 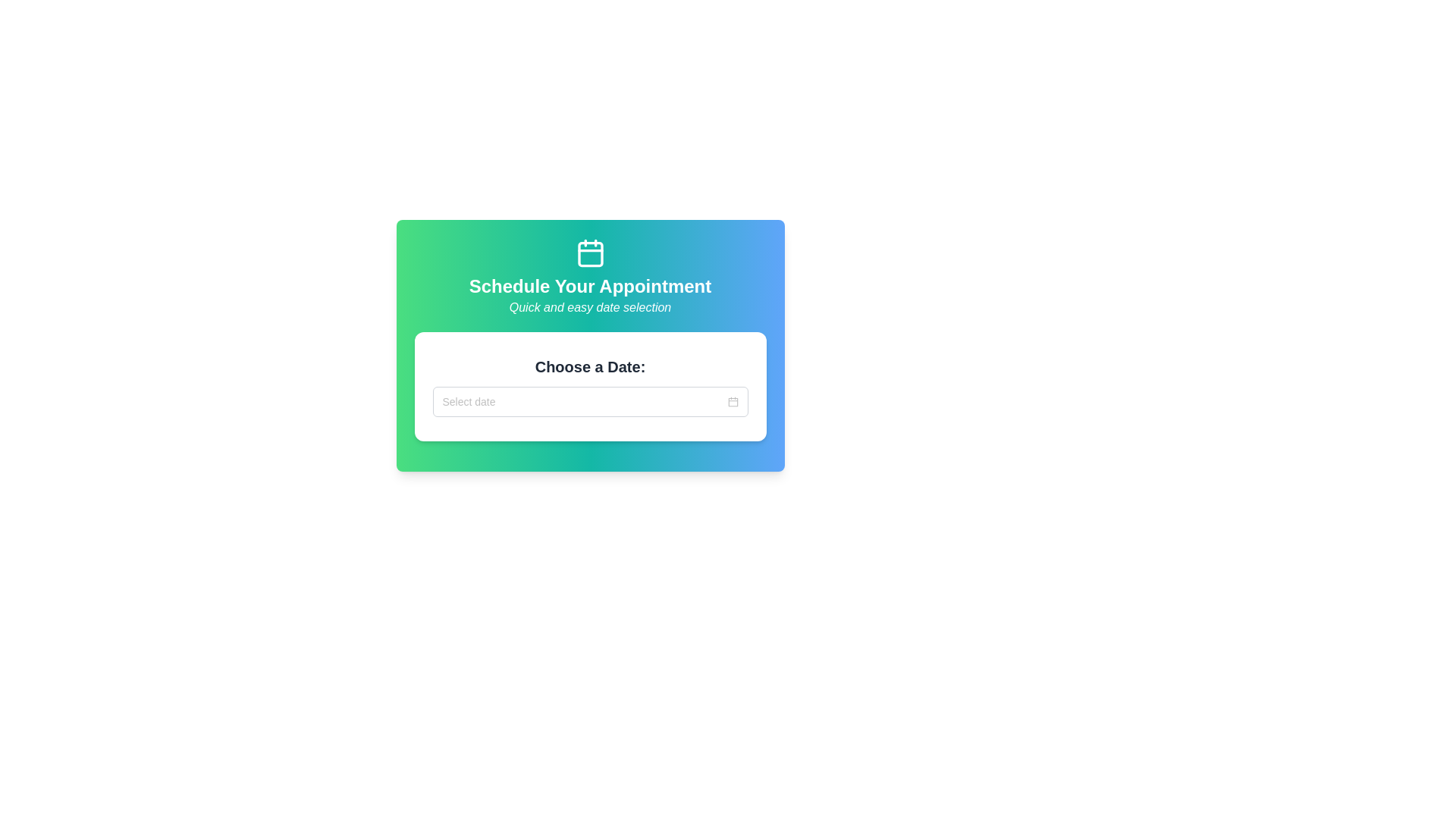 I want to click on the rounded rectangular frame of the decorative SVG element located centrally within the calendar icon at the top center of the card layout, so click(x=589, y=253).